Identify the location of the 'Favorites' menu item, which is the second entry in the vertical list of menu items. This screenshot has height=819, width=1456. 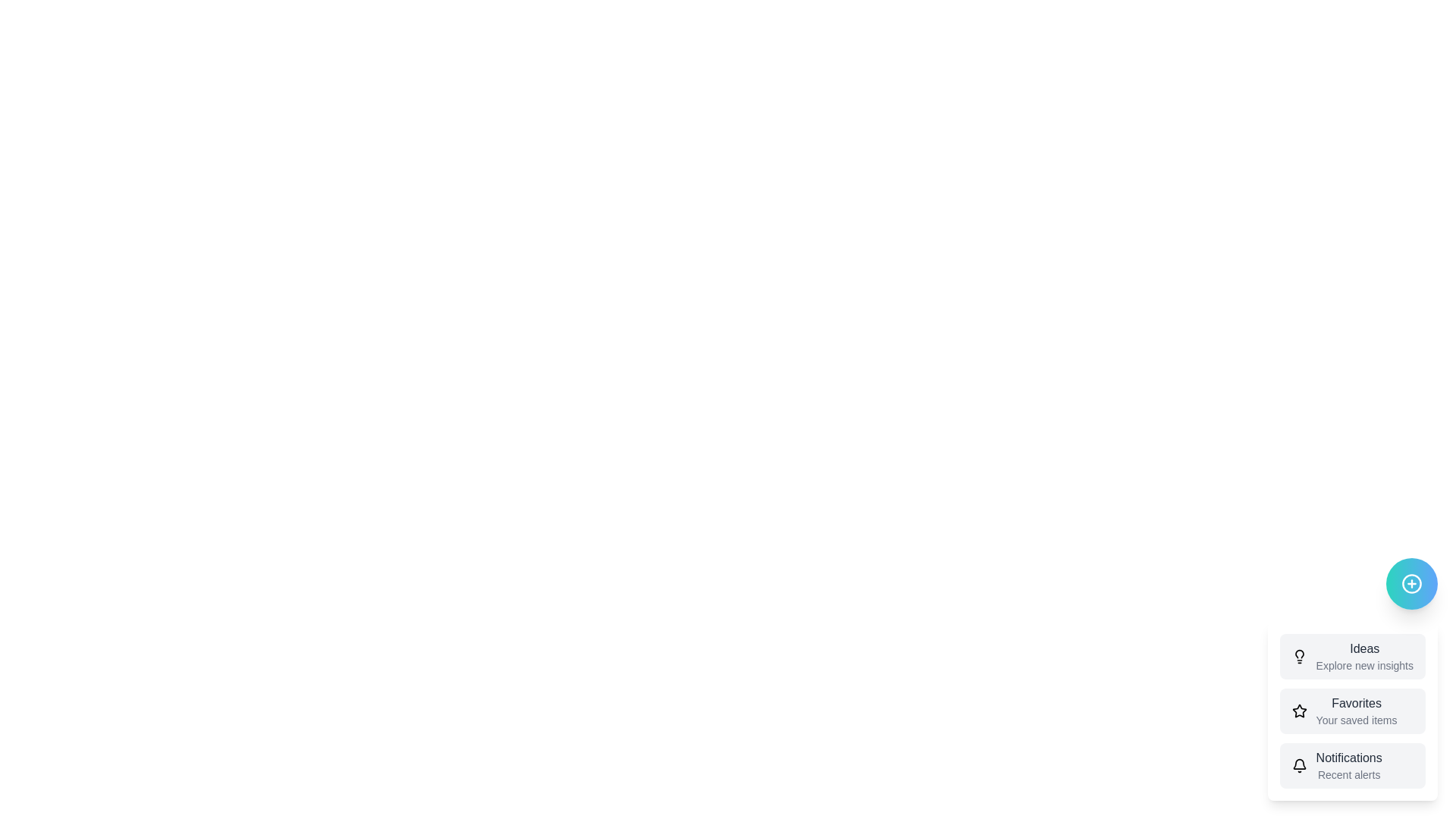
(1357, 711).